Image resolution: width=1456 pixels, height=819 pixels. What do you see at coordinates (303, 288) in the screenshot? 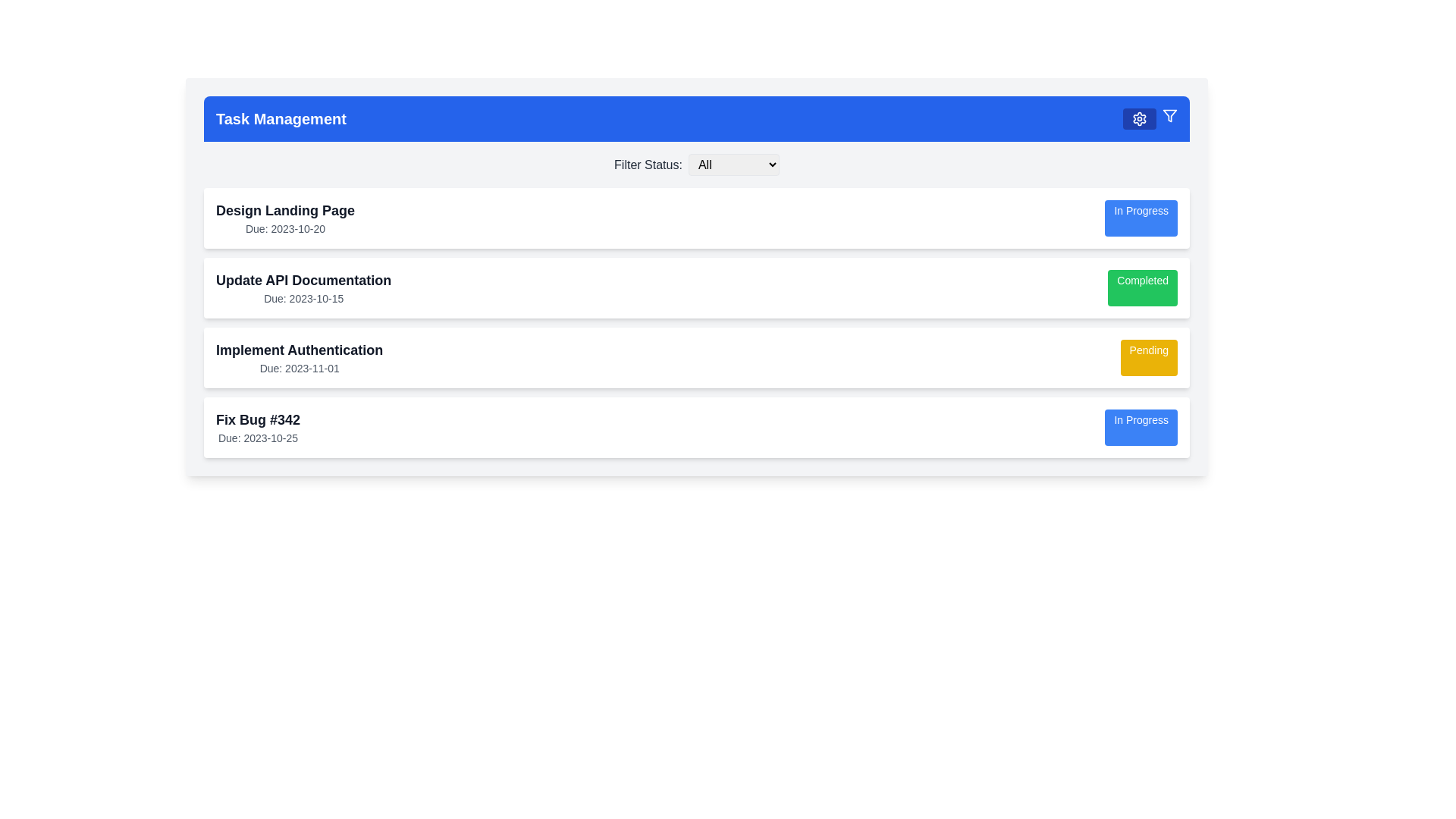
I see `the label displaying the task title 'Update API Documentation' to select the text` at bounding box center [303, 288].